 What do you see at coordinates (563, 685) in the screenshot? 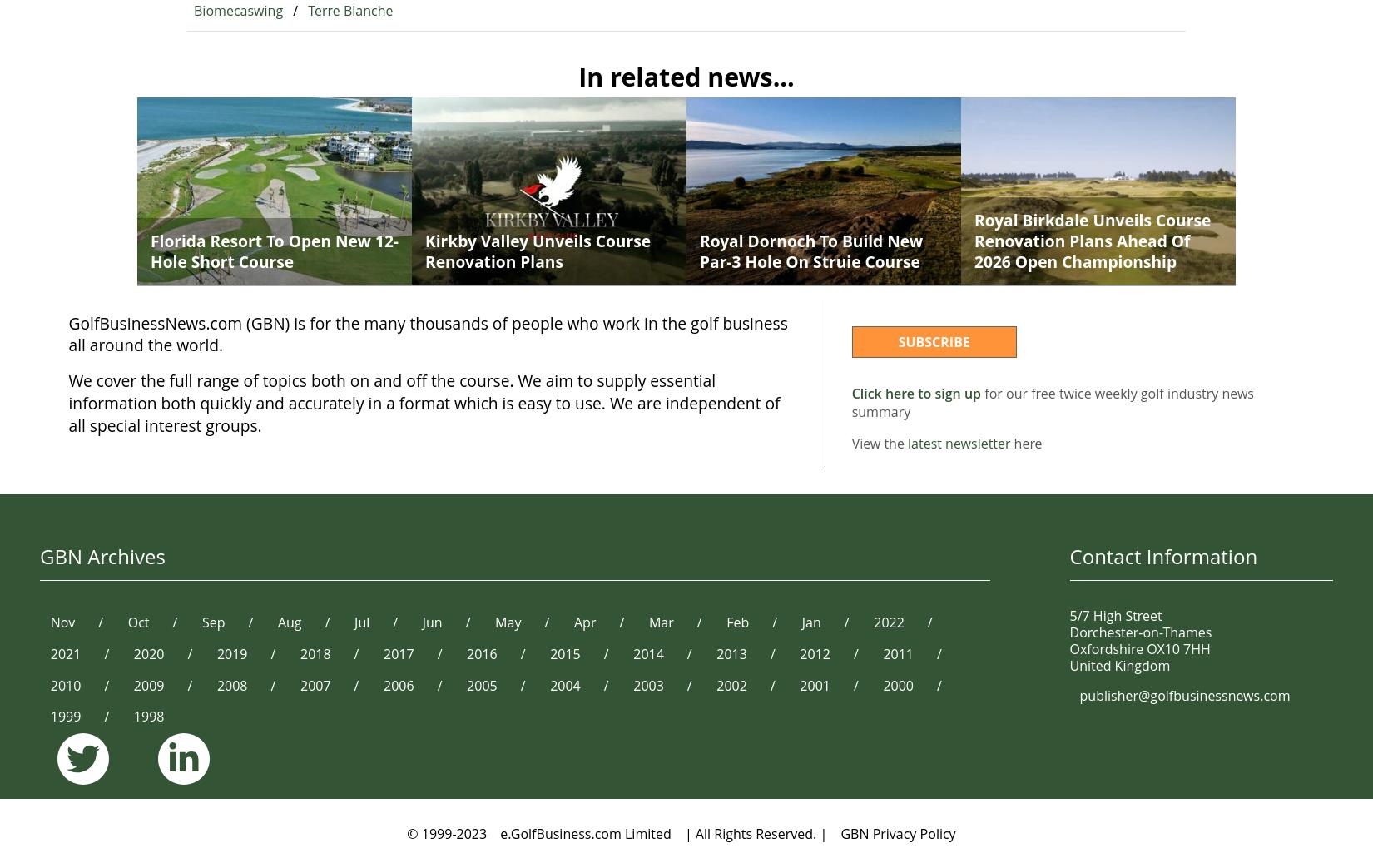
I see `'2004'` at bounding box center [563, 685].